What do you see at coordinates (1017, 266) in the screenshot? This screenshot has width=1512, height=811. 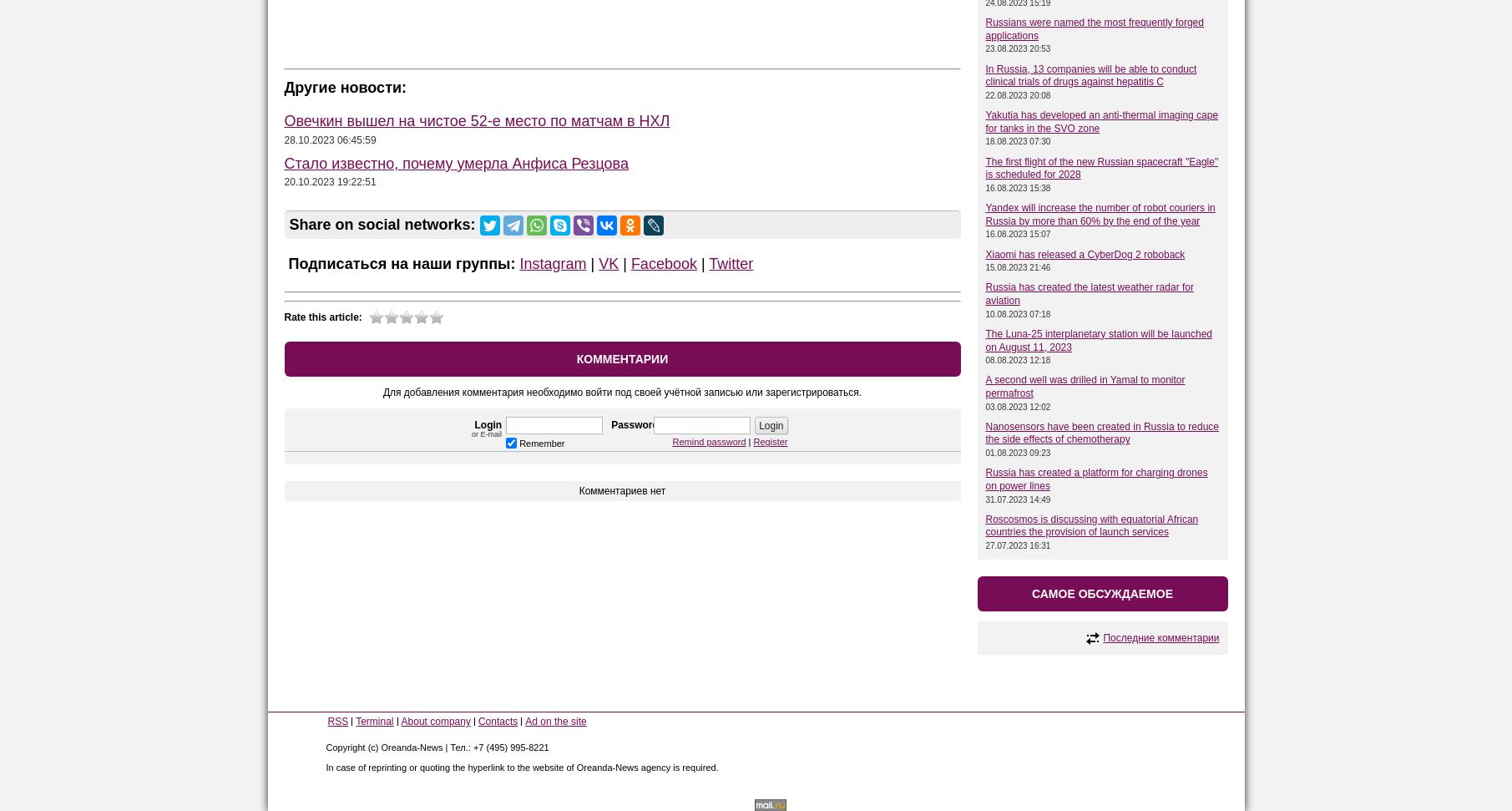 I see `'15.08.2023 21:46'` at bounding box center [1017, 266].